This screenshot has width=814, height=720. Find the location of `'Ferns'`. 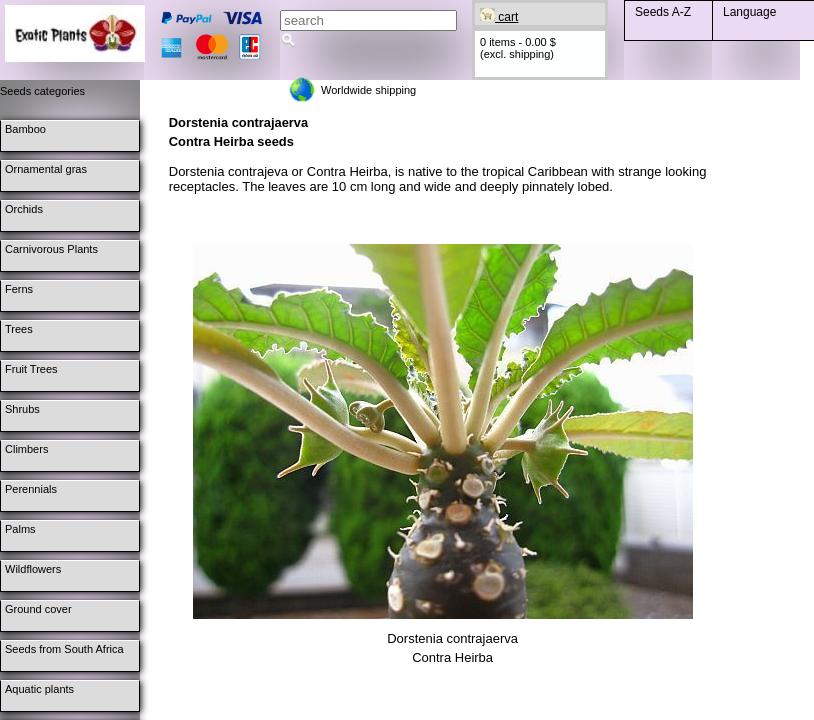

'Ferns' is located at coordinates (17, 289).